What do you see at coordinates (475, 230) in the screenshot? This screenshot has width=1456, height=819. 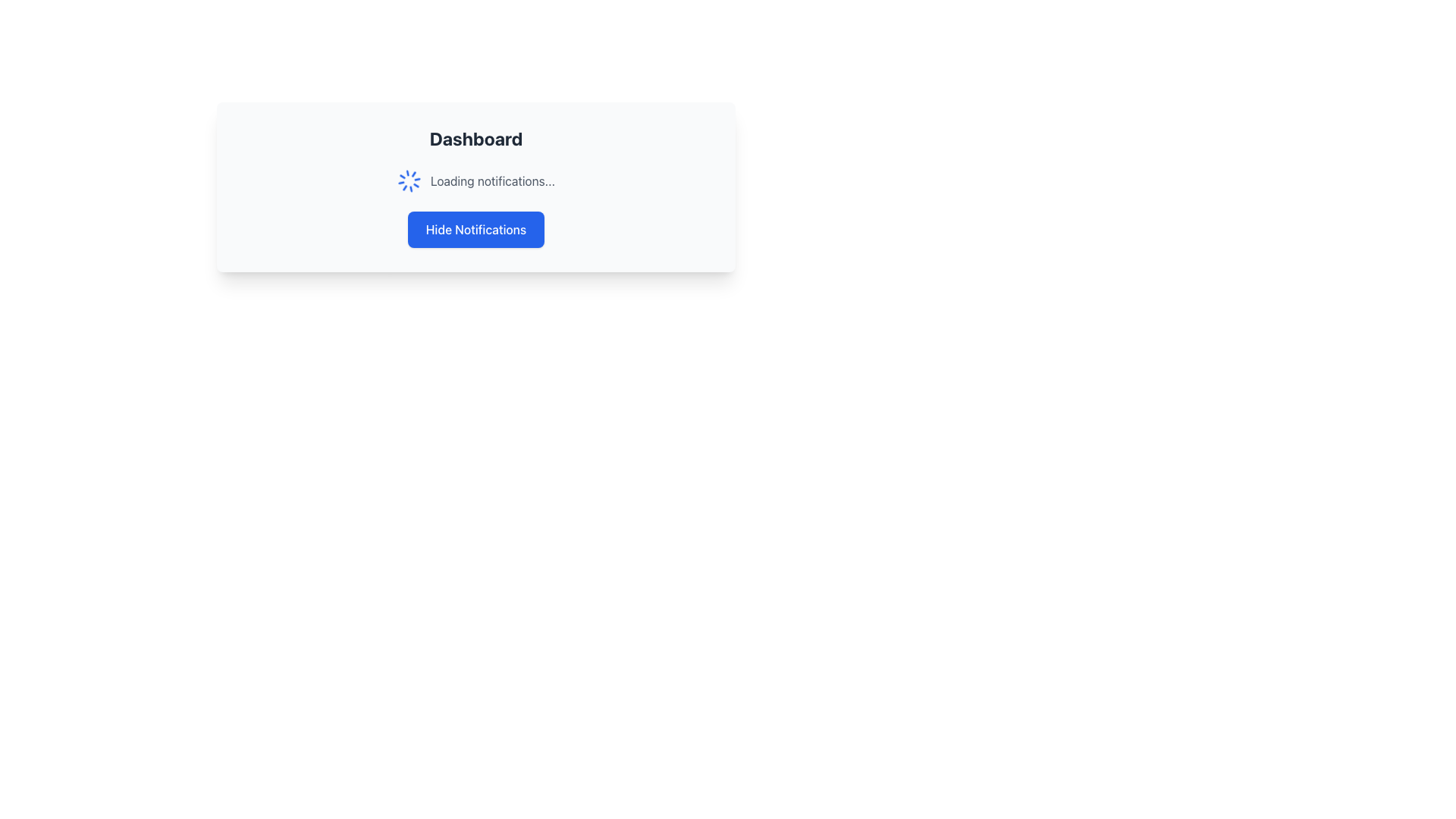 I see `the rectangular button with a blue background and white text reading 'Hide Notifications' to hide notifications` at bounding box center [475, 230].